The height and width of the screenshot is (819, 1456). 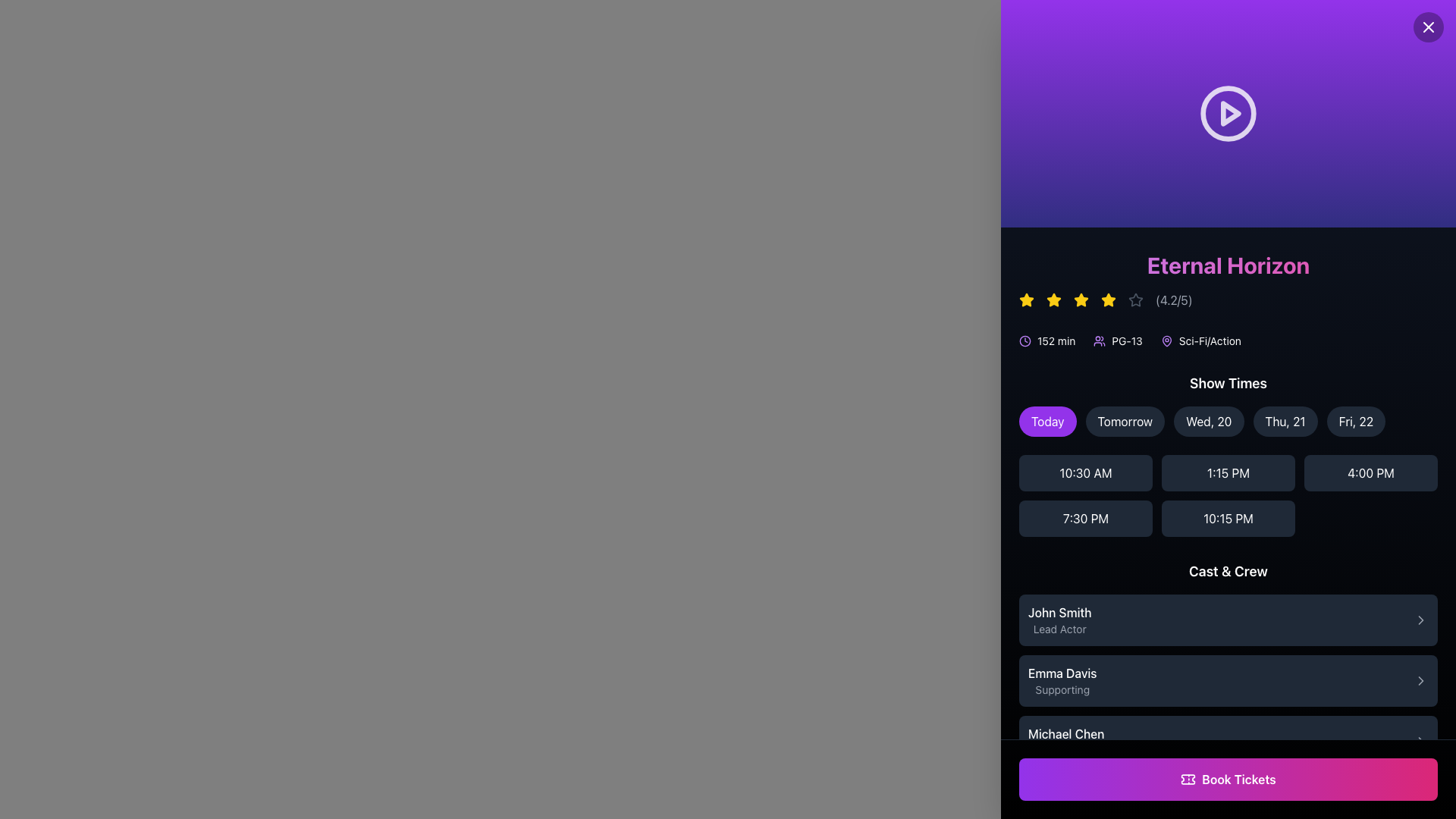 I want to click on the clickable list item or card featuring 'Michael Chen' in the 'Cast & Crew' section, so click(x=1228, y=741).